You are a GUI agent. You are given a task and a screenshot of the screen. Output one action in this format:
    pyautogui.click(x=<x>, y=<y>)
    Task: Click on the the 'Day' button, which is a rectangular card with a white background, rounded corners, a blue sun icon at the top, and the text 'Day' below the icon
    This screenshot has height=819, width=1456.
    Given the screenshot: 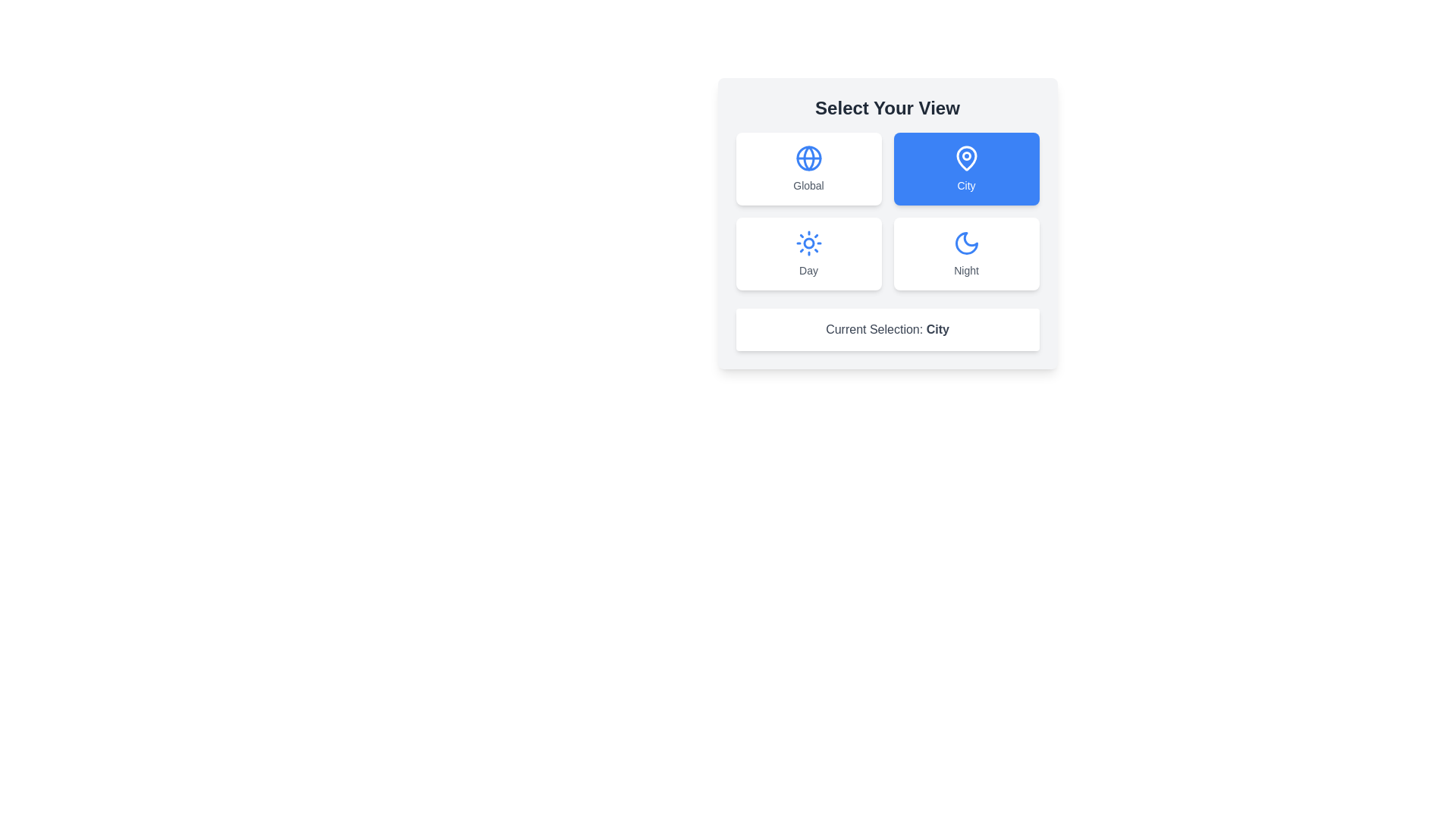 What is the action you would take?
    pyautogui.click(x=808, y=253)
    